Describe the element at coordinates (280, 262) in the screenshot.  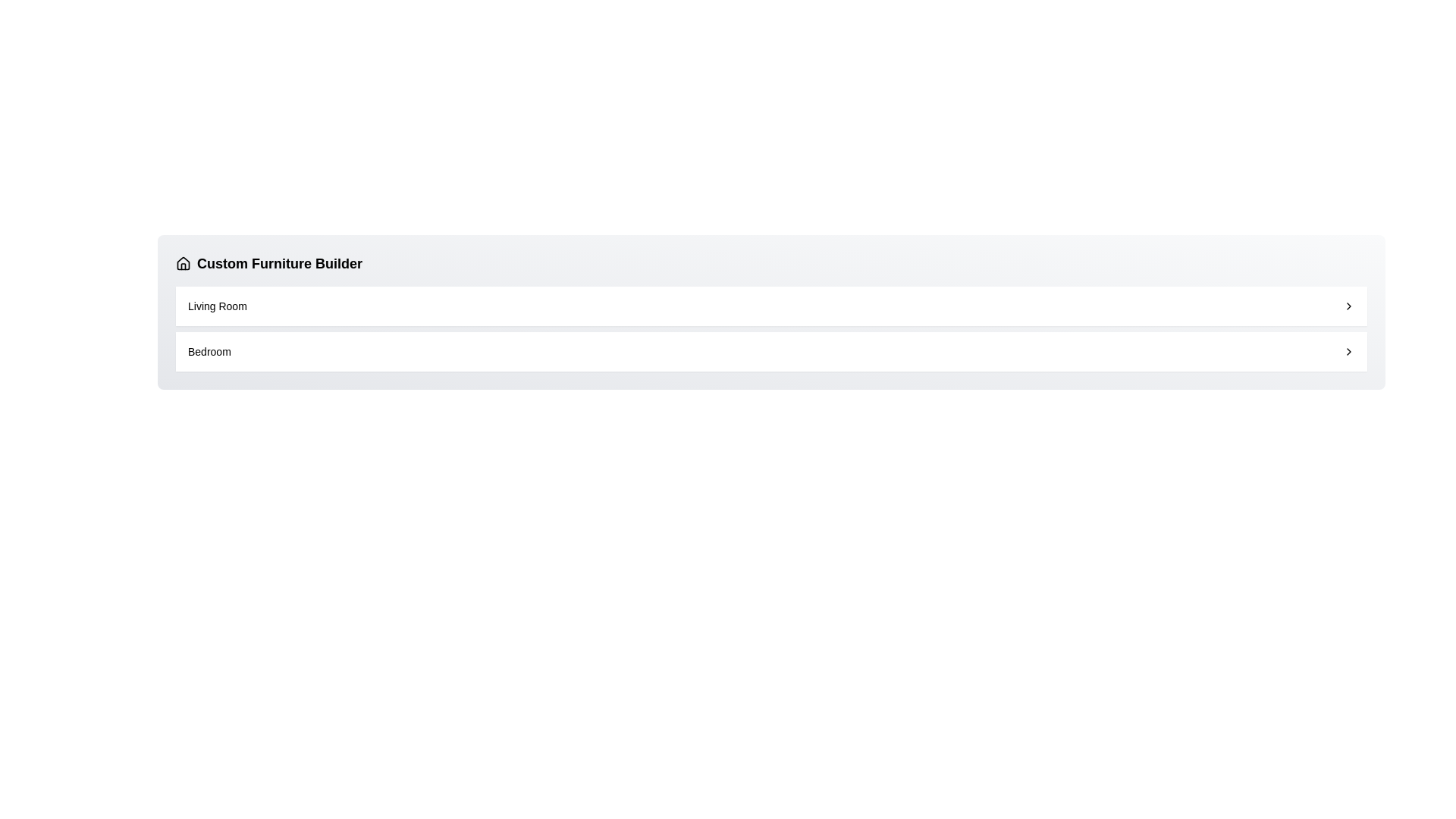
I see `the static text label that serves as a title or header for the custom furniture builder, located to the right of the home icon in the header section` at that location.